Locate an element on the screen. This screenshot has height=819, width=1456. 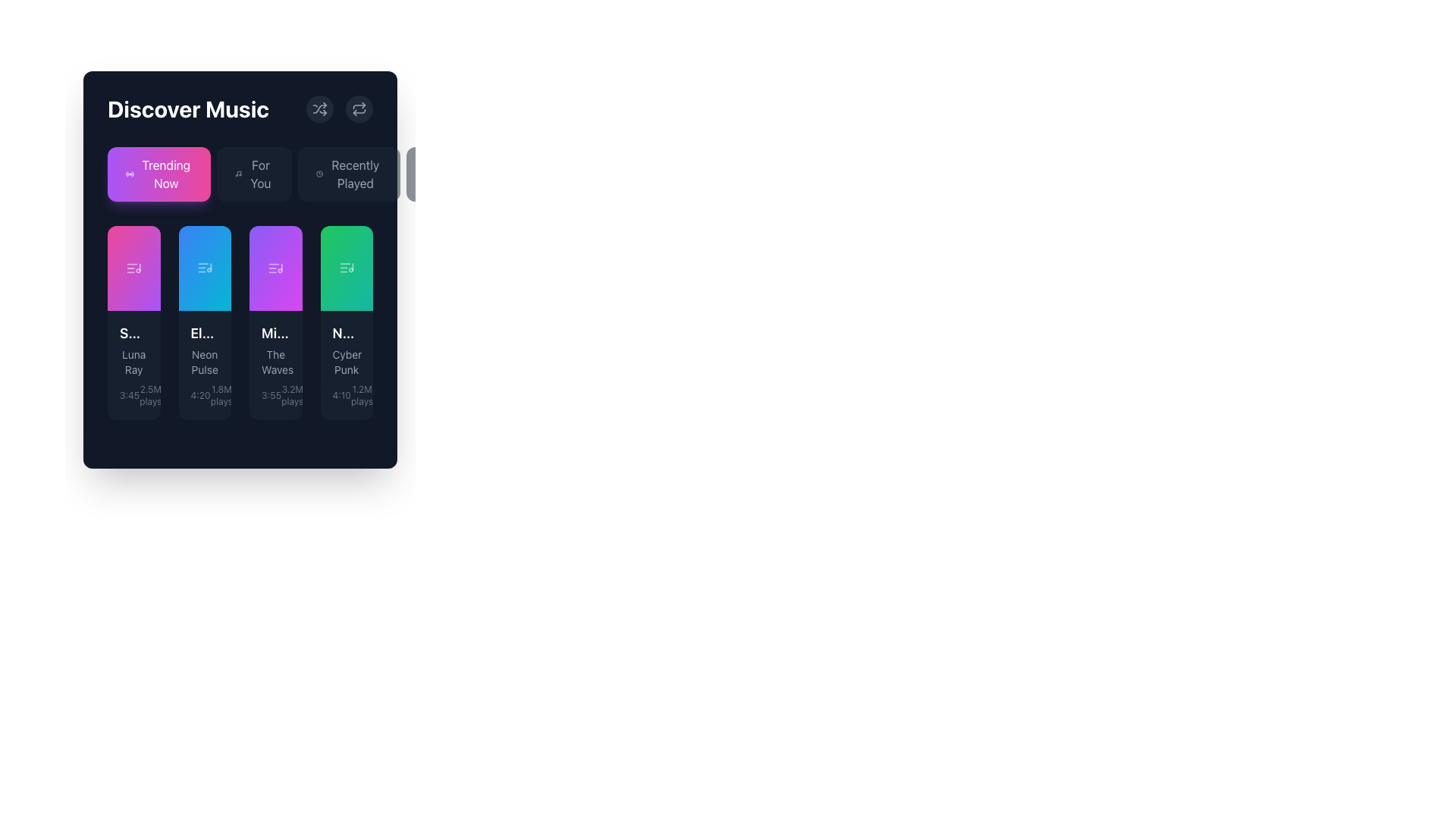
the music-related icon in the second card labeled 'Neon Pulse' within the 'Discover Music' section is located at coordinates (204, 268).